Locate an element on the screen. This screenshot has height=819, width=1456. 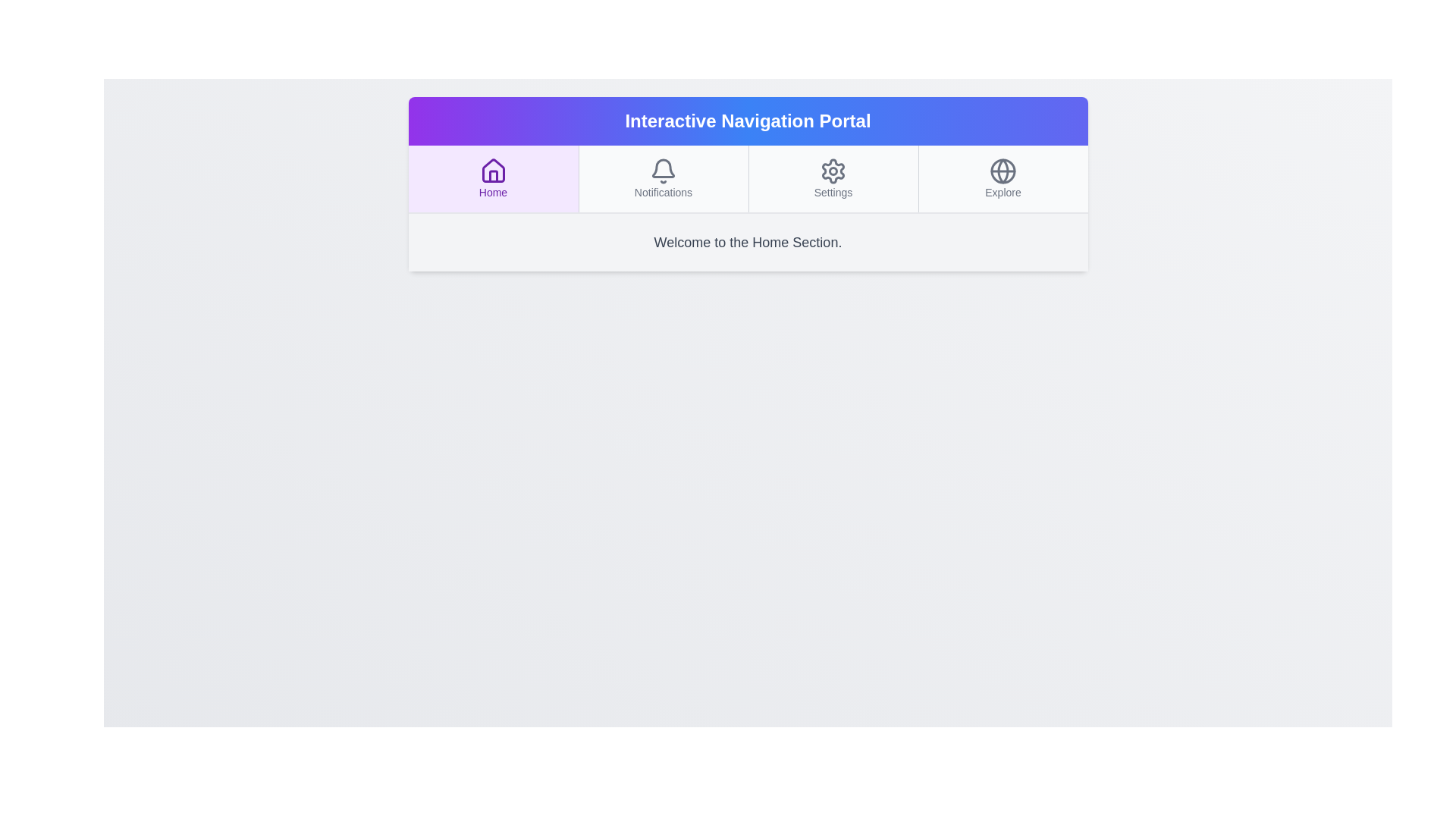
the settings navigation button, which is the third item in a group of four navigation options is located at coordinates (832, 177).